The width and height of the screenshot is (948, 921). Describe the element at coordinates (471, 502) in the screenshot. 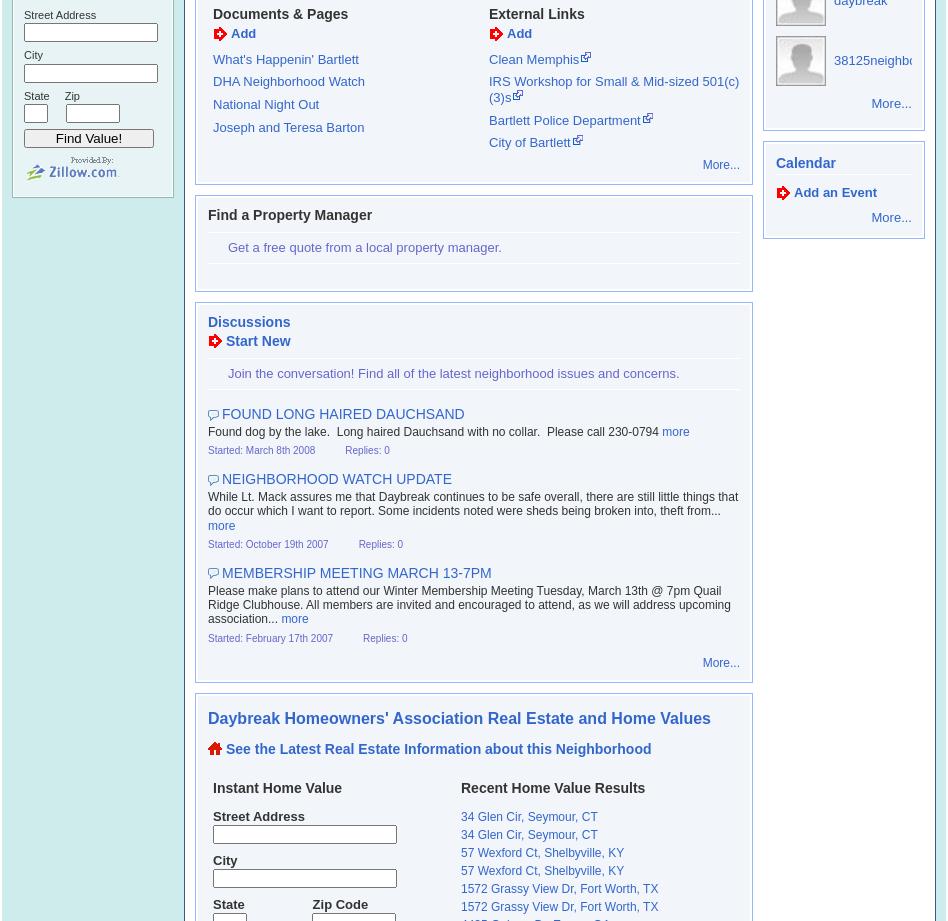

I see `'While Lt. Mack assures me that Daybreak continues to be safe overall, there are still little things that do occur which I want to report. Some incidents noted were sheds being broken into, theft from...'` at that location.